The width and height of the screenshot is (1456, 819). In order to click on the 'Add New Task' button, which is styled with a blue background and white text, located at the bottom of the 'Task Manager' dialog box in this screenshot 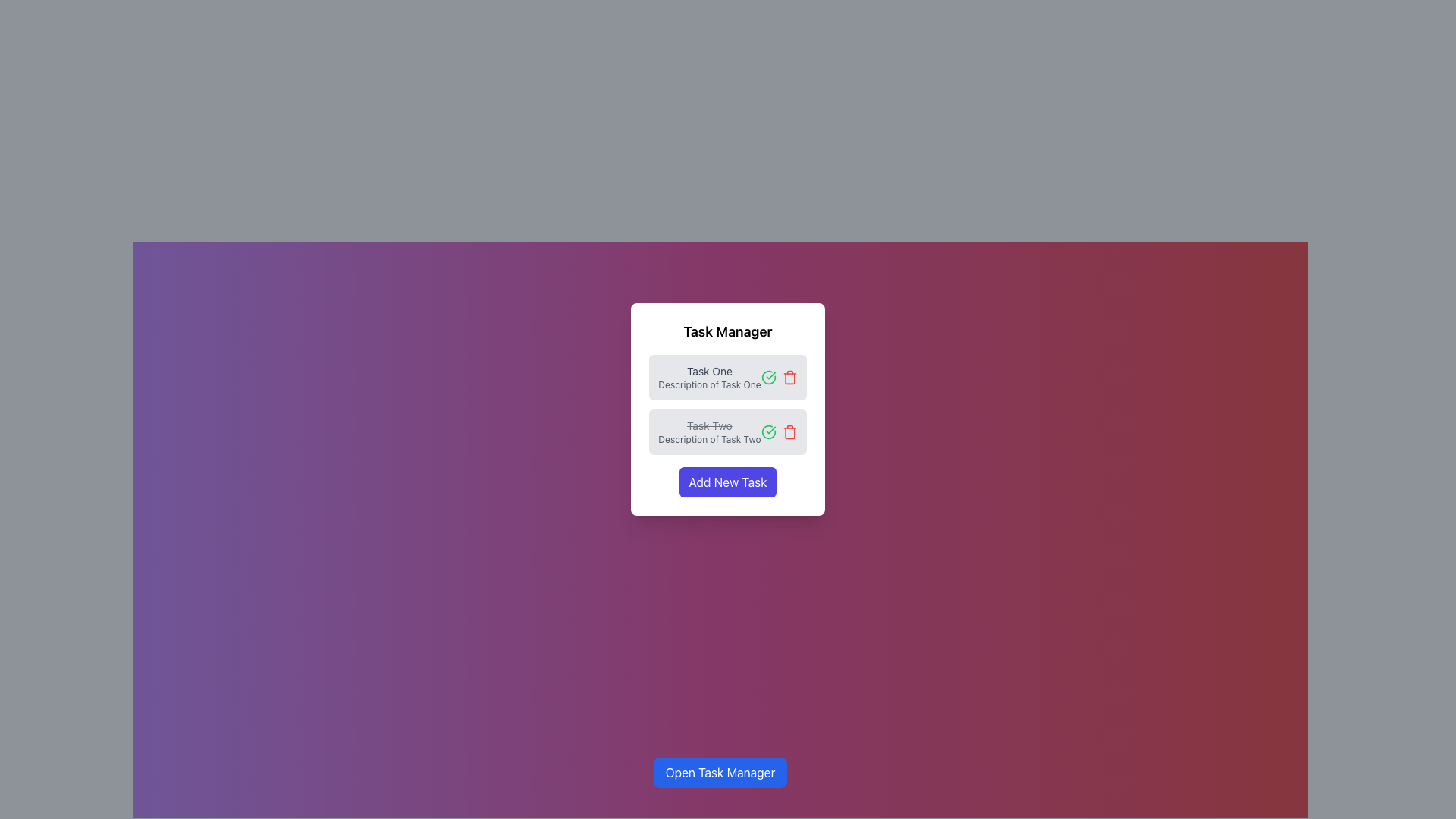, I will do `click(728, 482)`.